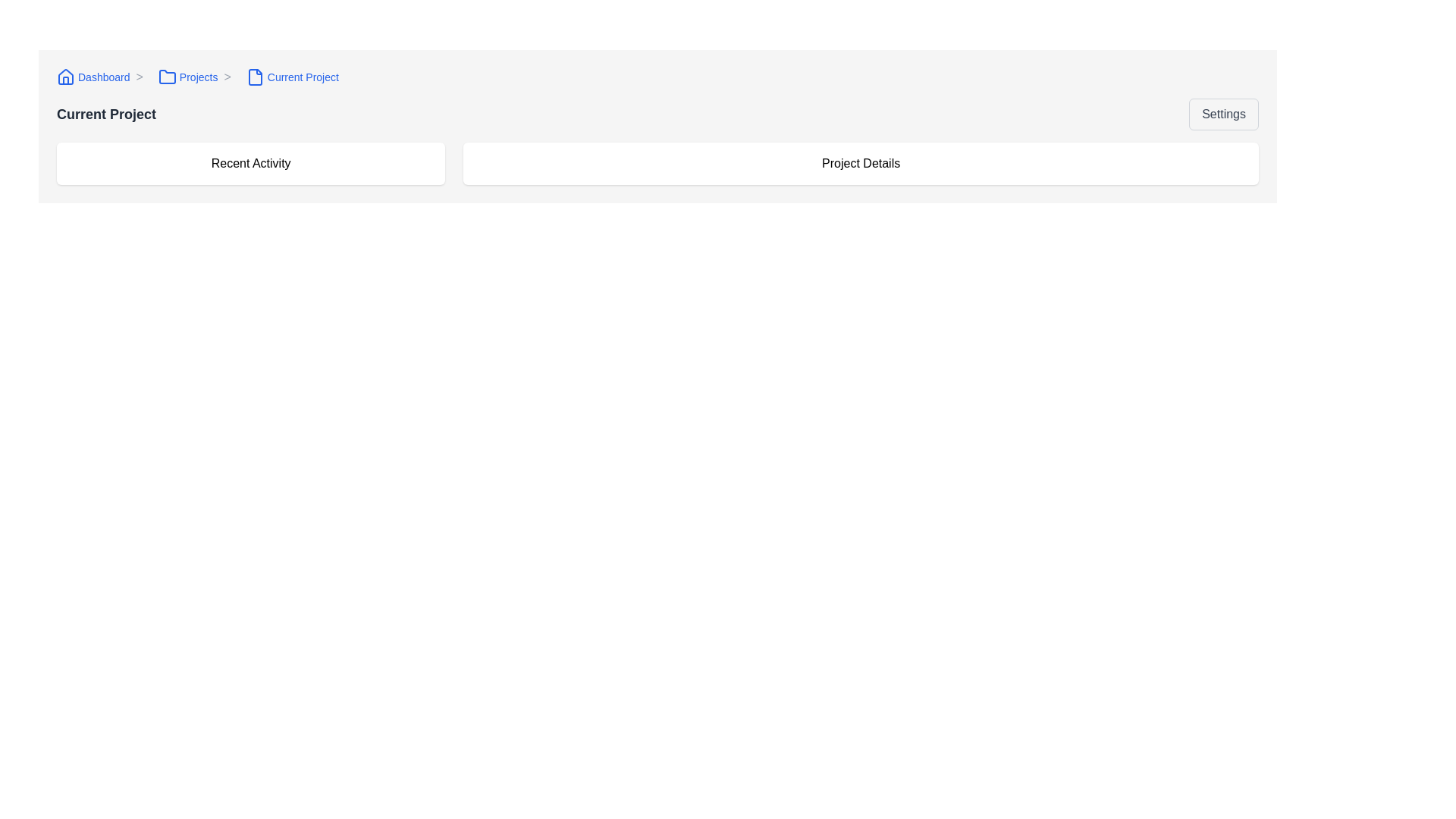 The image size is (1456, 819). I want to click on the stylized blue house icon located in the breadcrumb navigation bar, so click(64, 77).